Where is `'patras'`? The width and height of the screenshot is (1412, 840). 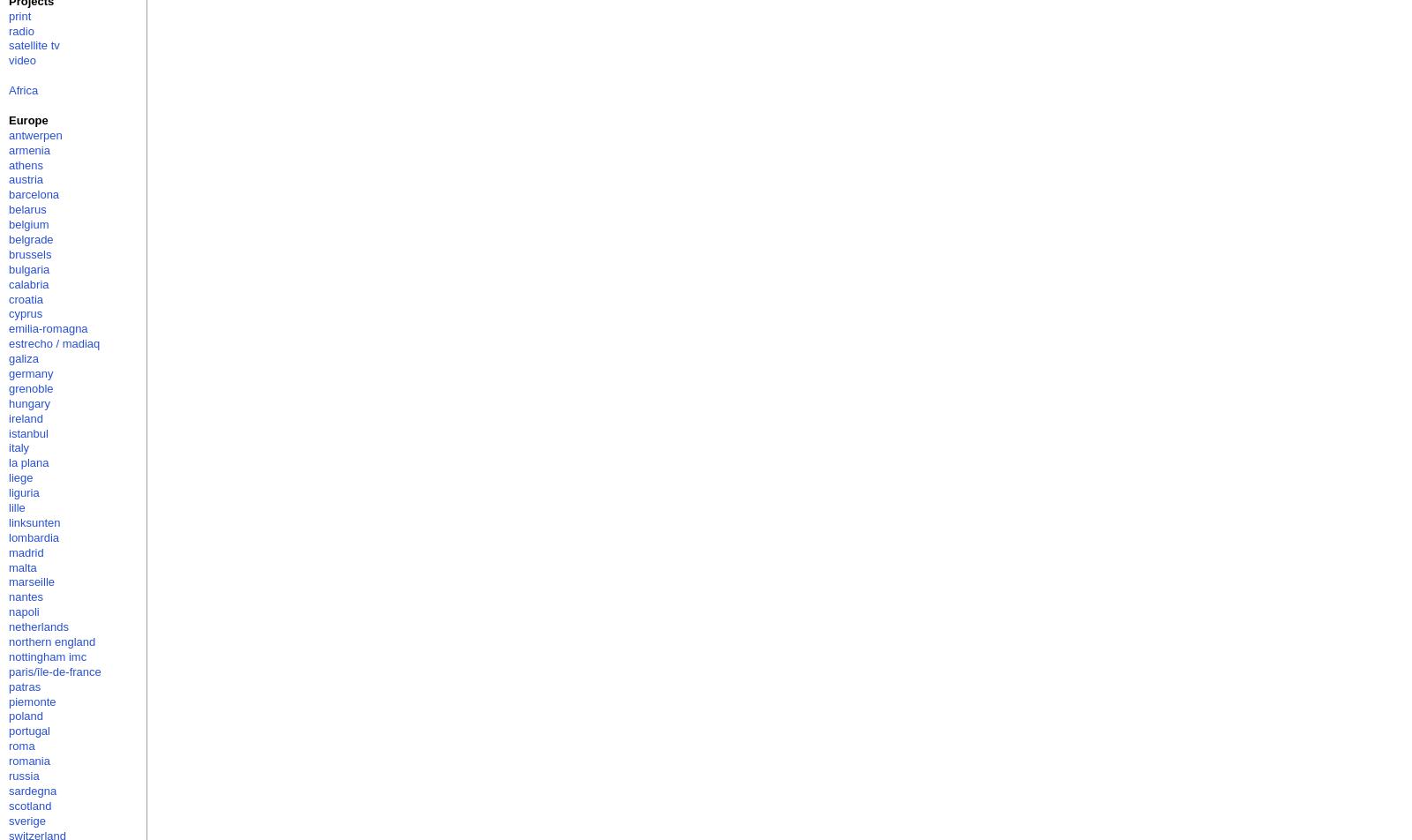 'patras' is located at coordinates (24, 686).